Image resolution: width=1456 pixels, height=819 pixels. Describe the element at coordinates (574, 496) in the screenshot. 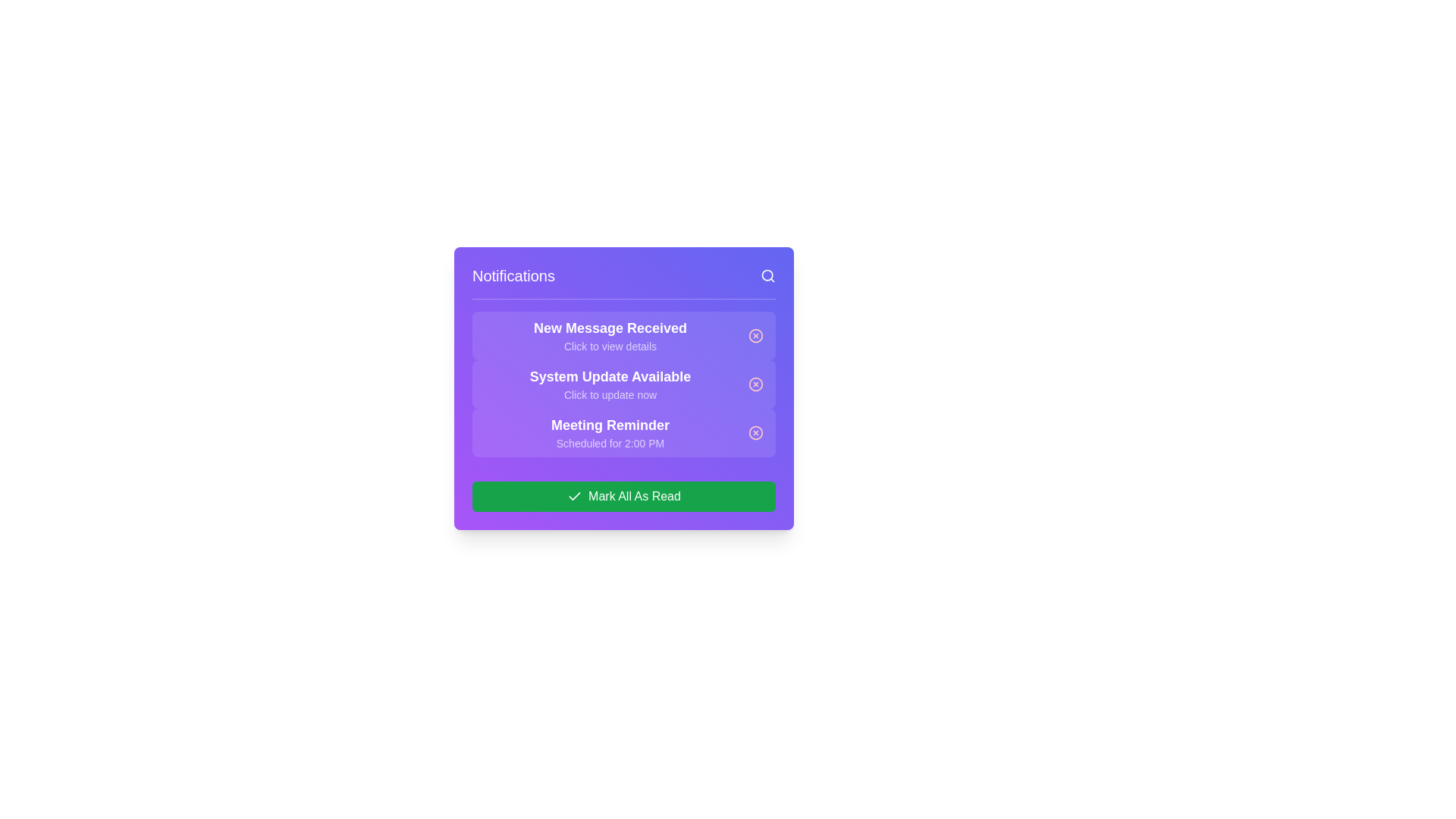

I see `the checkmark icon within the 'Mark All As Read' button at the bottom of the notifications panel, which has a minimal style with a green background indicating a completion action` at that location.